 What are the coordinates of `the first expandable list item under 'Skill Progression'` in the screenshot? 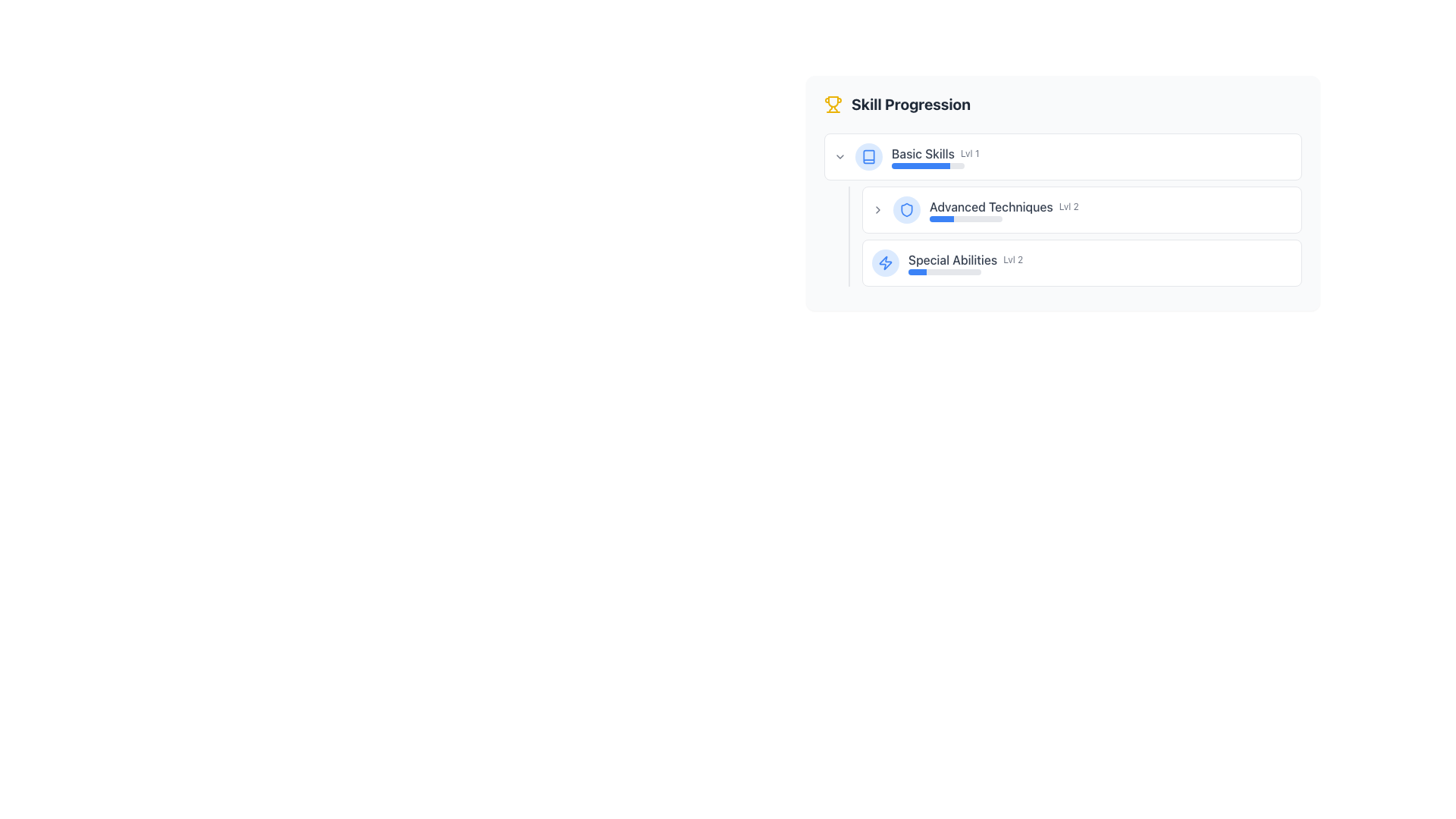 It's located at (1062, 157).